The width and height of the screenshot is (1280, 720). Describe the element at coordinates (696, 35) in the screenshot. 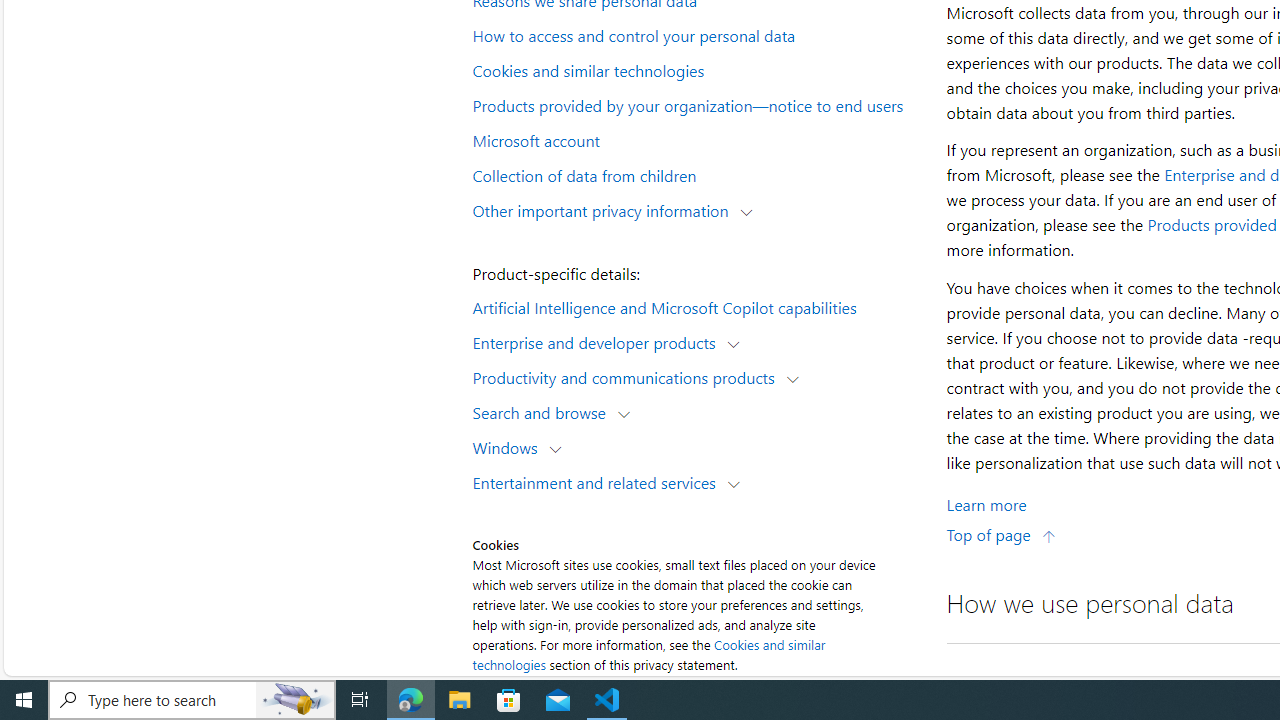

I see `'How to access and control your personal data'` at that location.